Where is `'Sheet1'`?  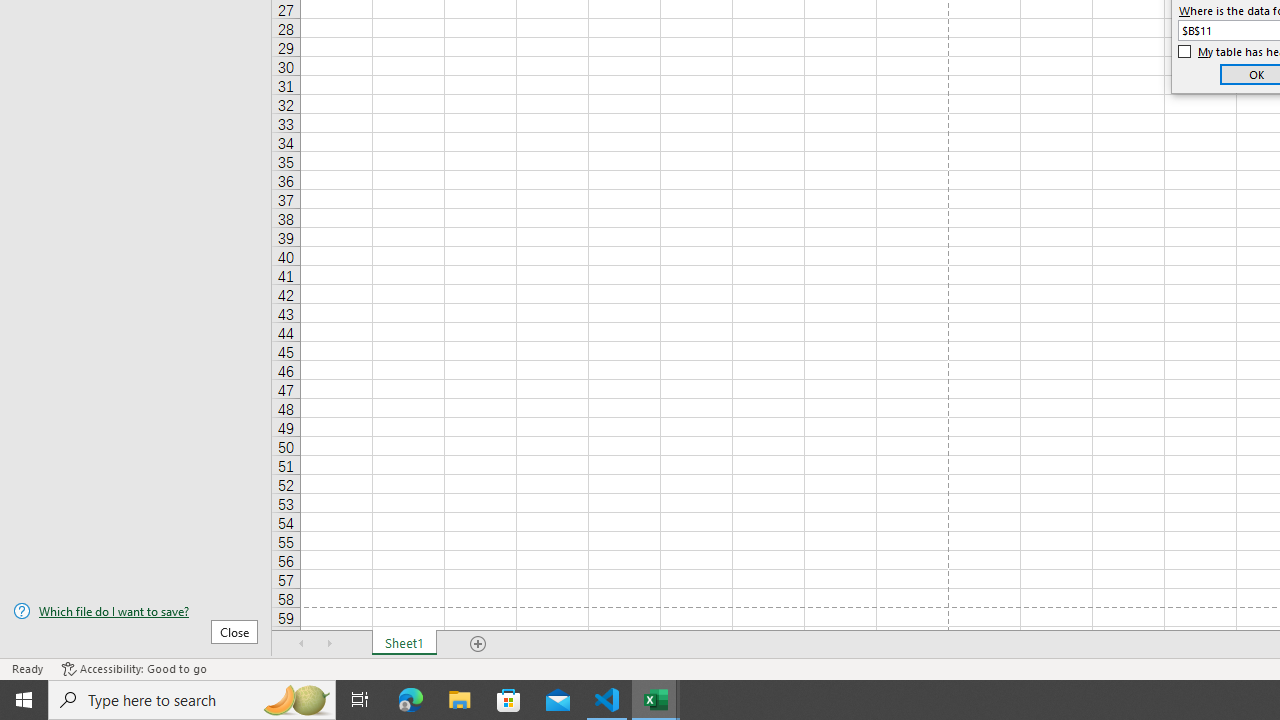
'Sheet1' is located at coordinates (403, 644).